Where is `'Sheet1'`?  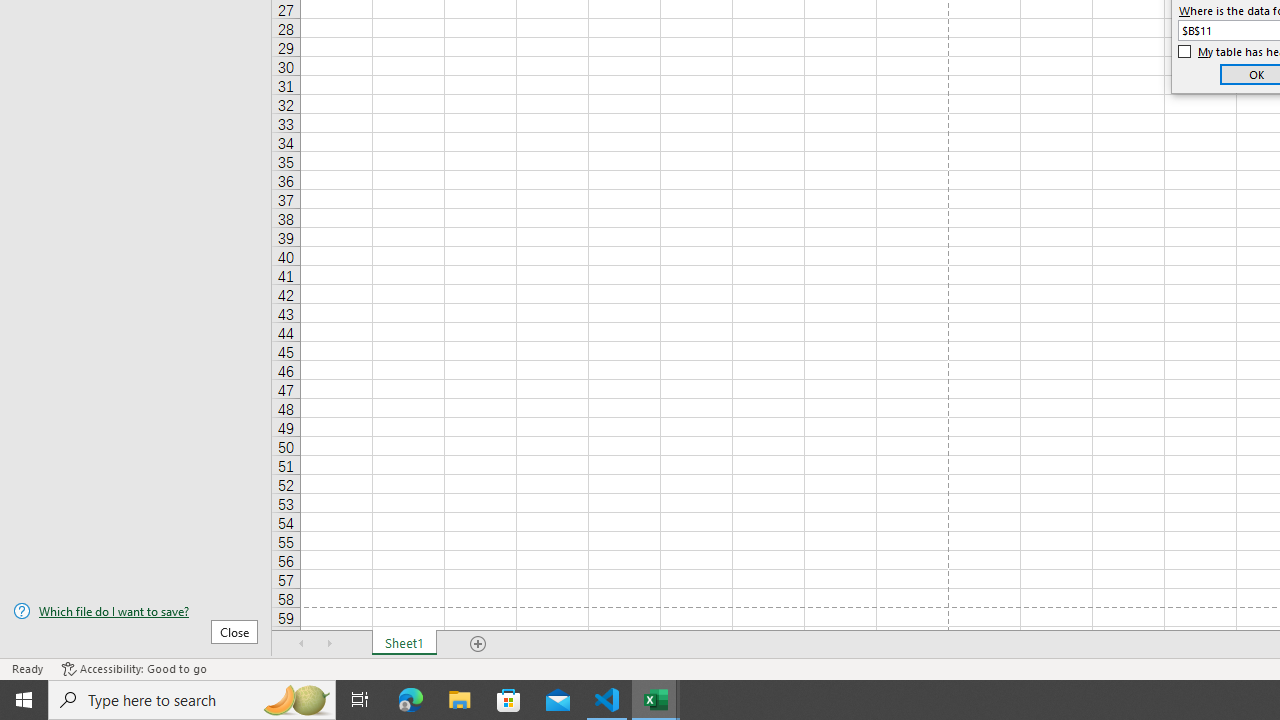
'Sheet1' is located at coordinates (403, 644).